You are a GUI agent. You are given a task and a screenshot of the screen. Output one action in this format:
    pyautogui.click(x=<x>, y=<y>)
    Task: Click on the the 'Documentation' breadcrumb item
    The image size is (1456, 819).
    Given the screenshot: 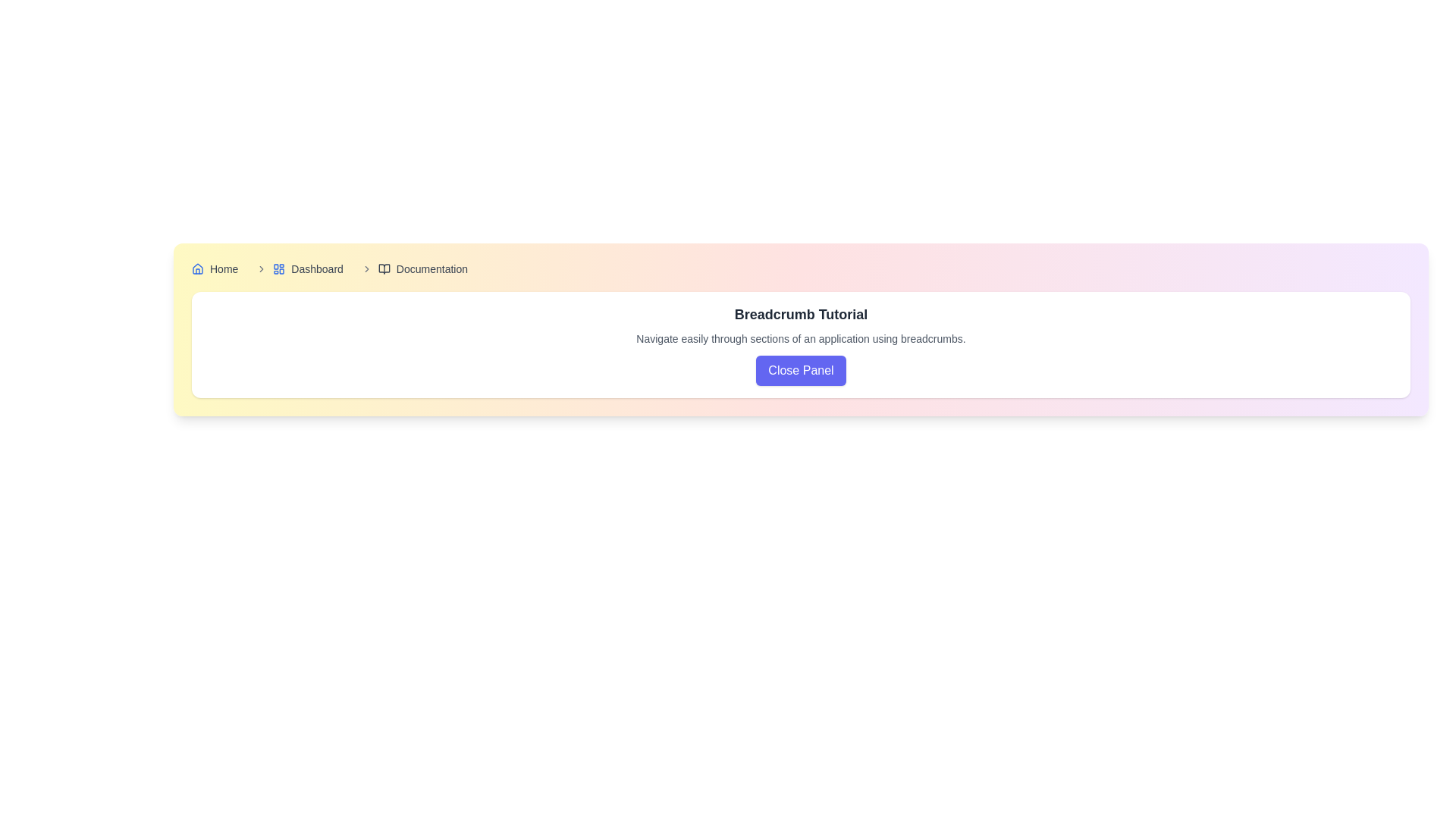 What is the action you would take?
    pyautogui.click(x=411, y=268)
    